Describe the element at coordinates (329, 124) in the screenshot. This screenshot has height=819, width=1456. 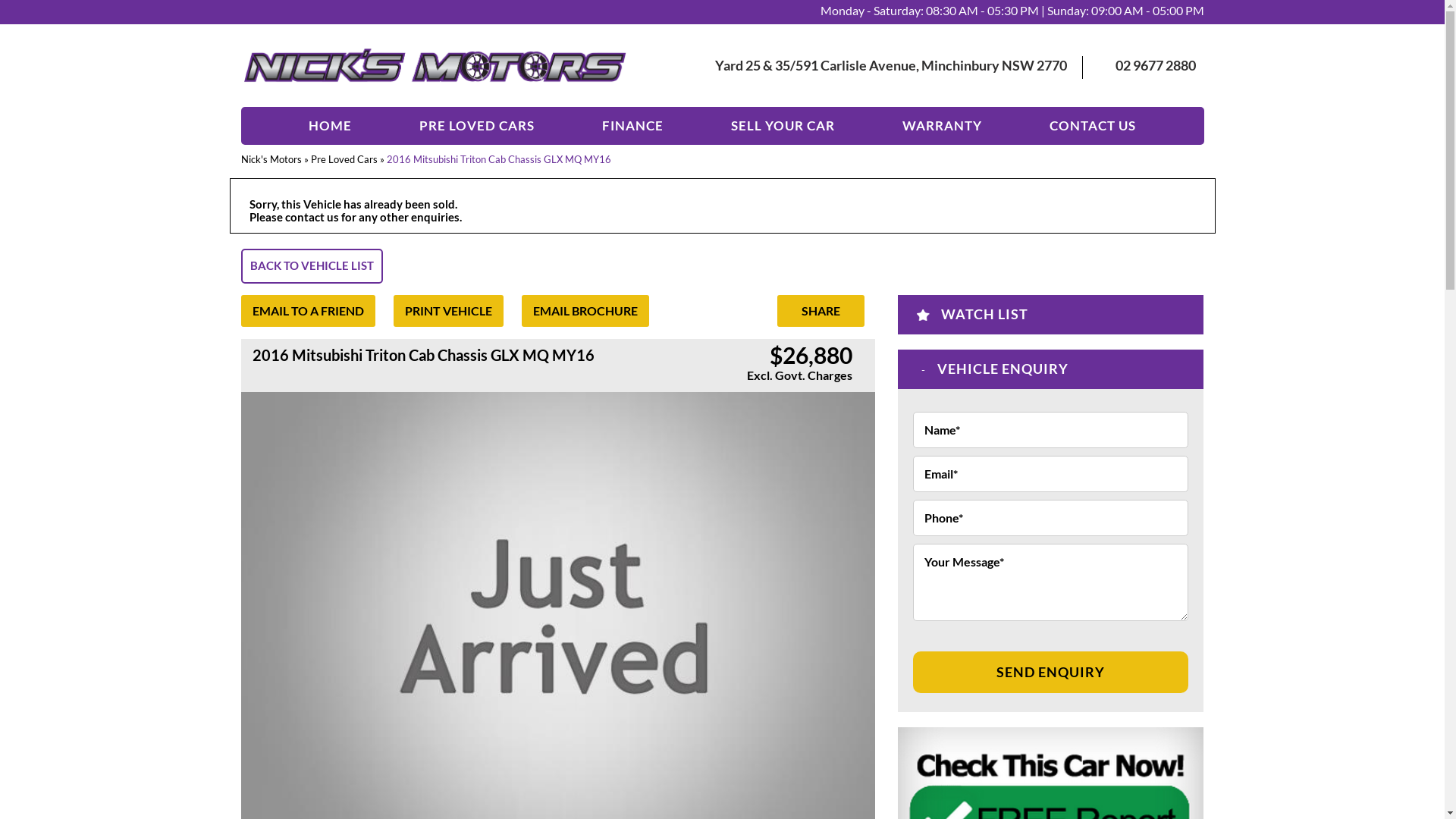
I see `'HOME'` at that location.